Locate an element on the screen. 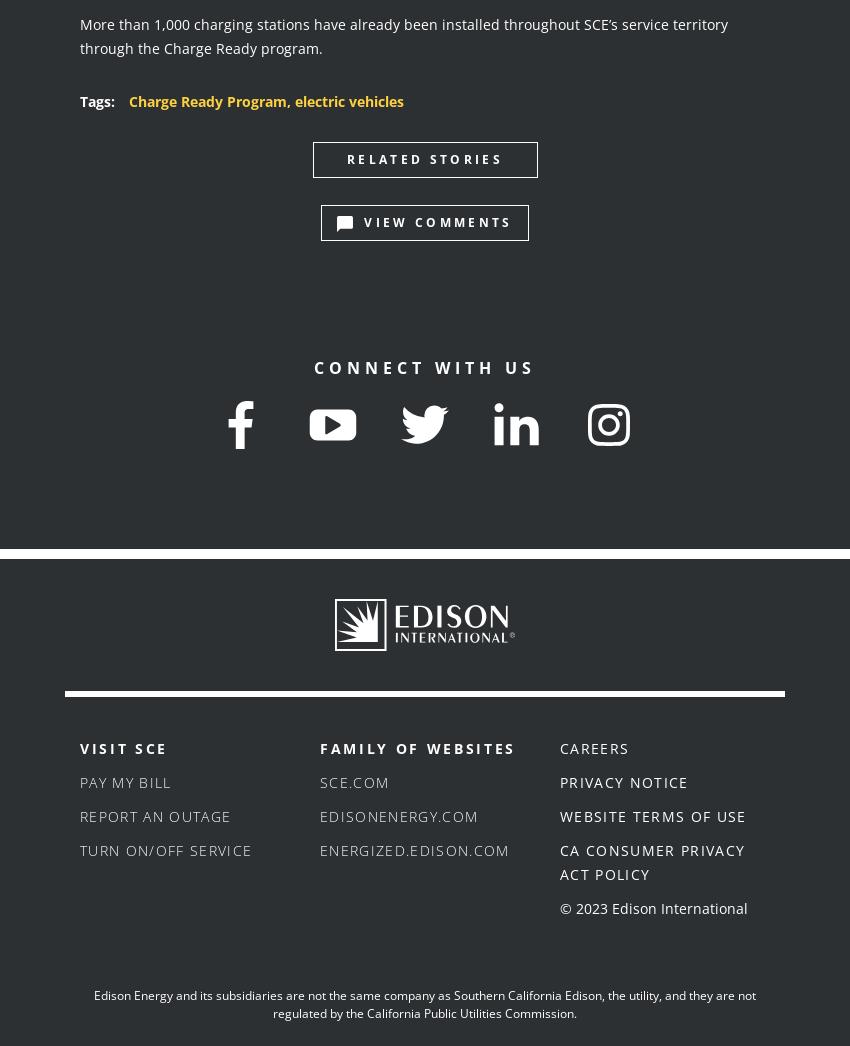 The image size is (850, 1046). 'energized.edison.com' is located at coordinates (320, 849).